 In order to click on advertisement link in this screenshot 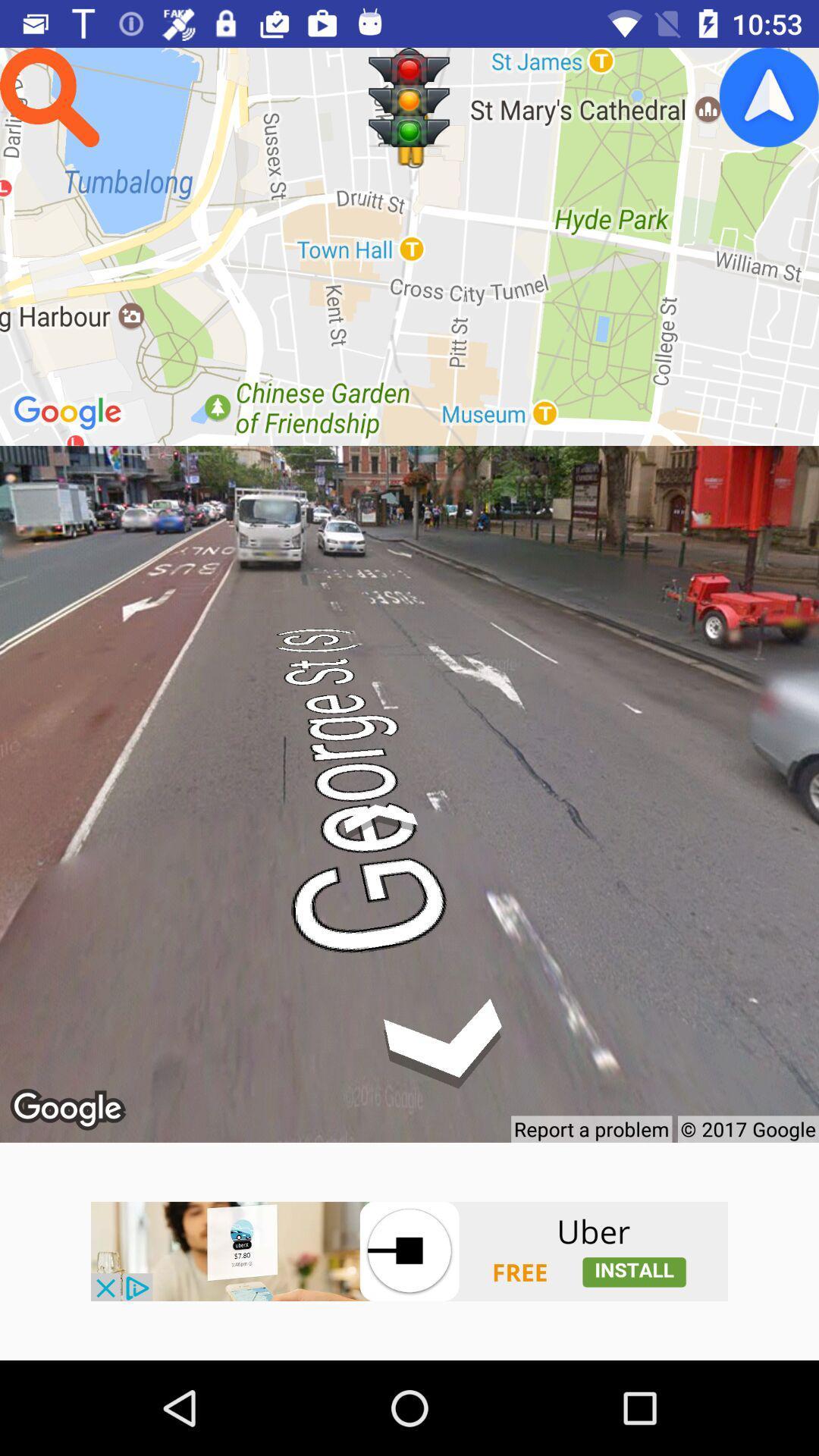, I will do `click(409, 1251)`.